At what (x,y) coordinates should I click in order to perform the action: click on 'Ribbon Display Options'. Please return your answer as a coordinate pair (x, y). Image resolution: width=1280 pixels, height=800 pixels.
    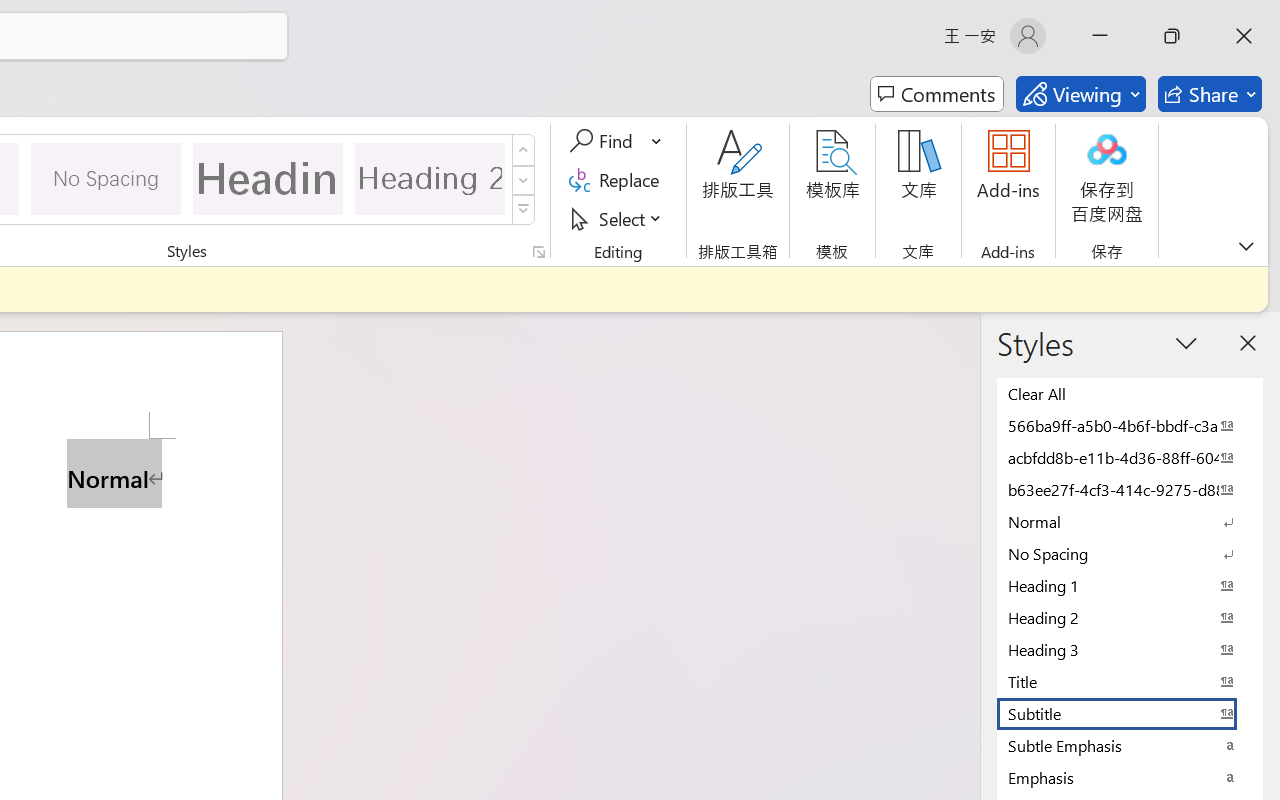
    Looking at the image, I should click on (1245, 245).